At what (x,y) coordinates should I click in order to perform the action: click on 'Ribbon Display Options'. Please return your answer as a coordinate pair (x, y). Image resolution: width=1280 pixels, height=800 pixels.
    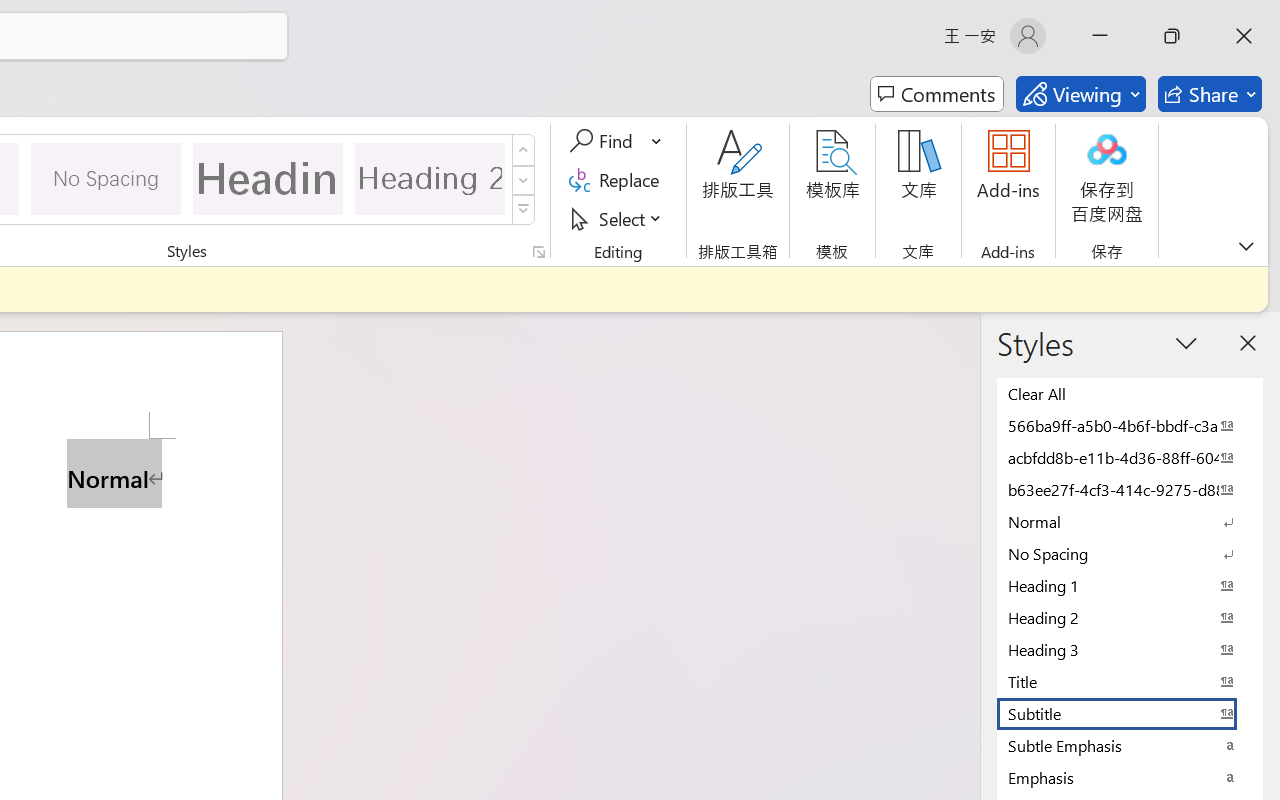
    Looking at the image, I should click on (1245, 245).